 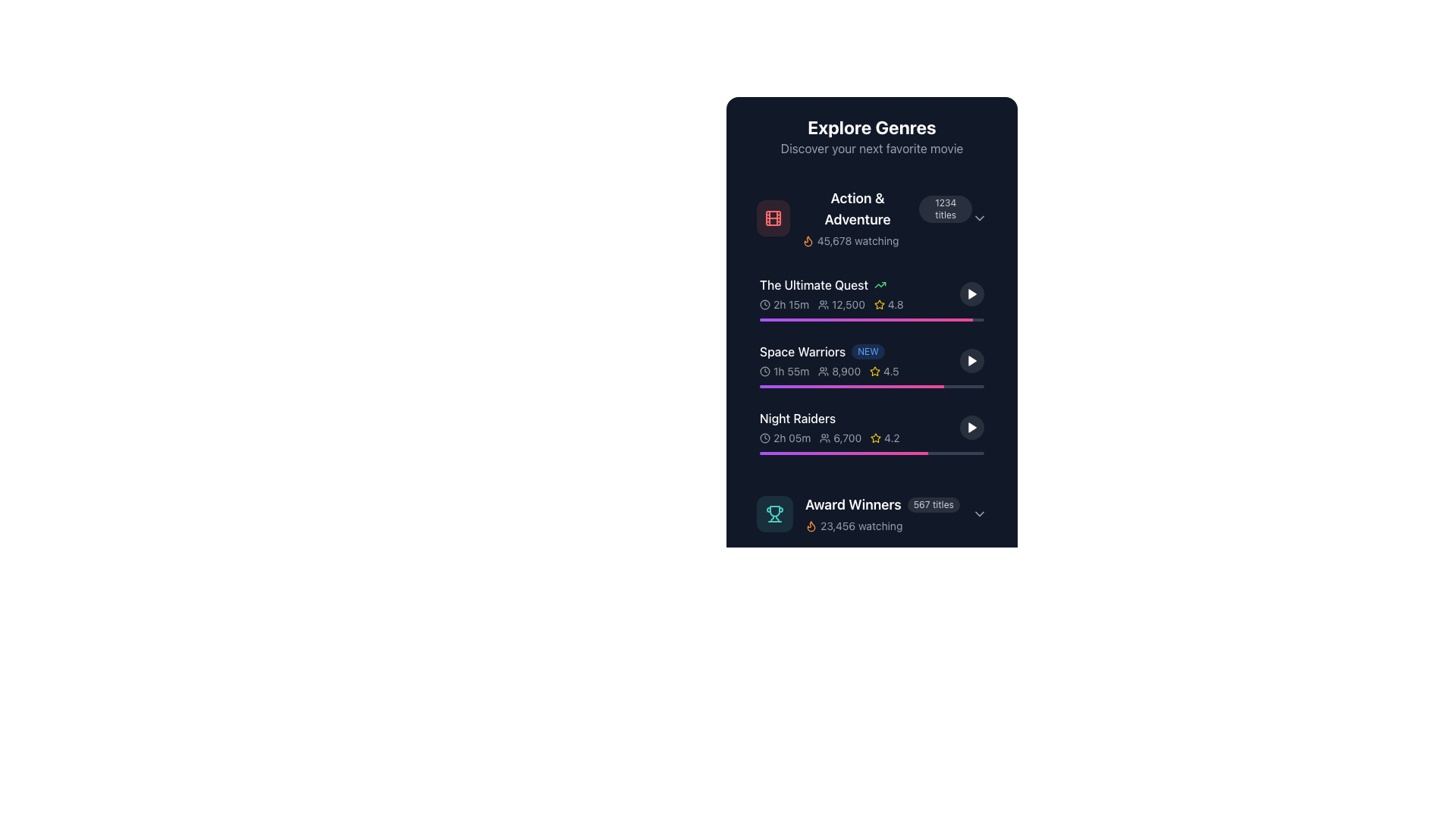 What do you see at coordinates (875, 371) in the screenshot?
I see `the yellow star icon representing the rating indicator for 'Space Warriors', located to the left of the numeric rating '4.5'` at bounding box center [875, 371].